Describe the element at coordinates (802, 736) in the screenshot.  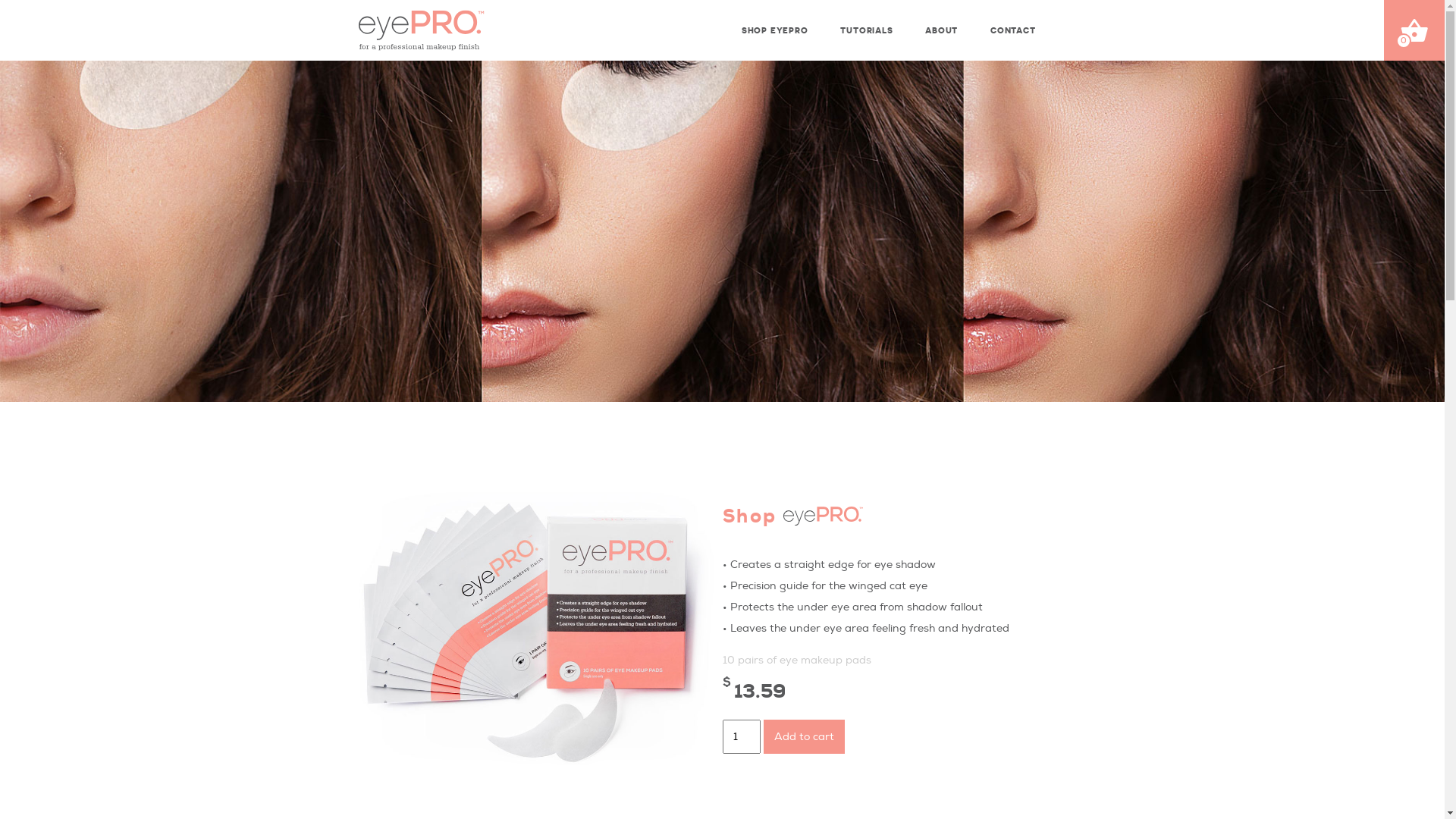
I see `'Add to cart'` at that location.